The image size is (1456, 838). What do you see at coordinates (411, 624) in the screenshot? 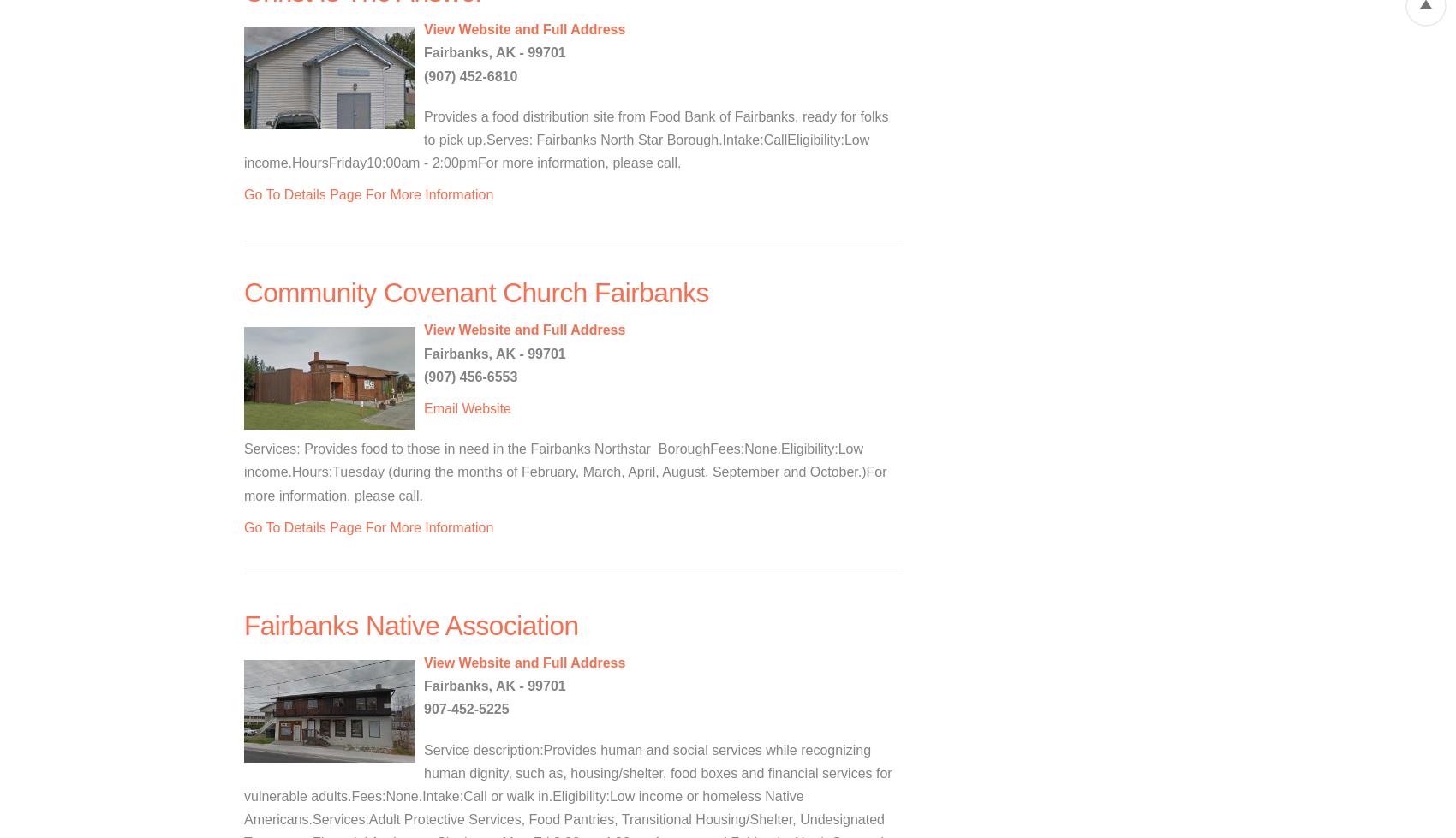
I see `'Fairbanks Native Association'` at bounding box center [411, 624].